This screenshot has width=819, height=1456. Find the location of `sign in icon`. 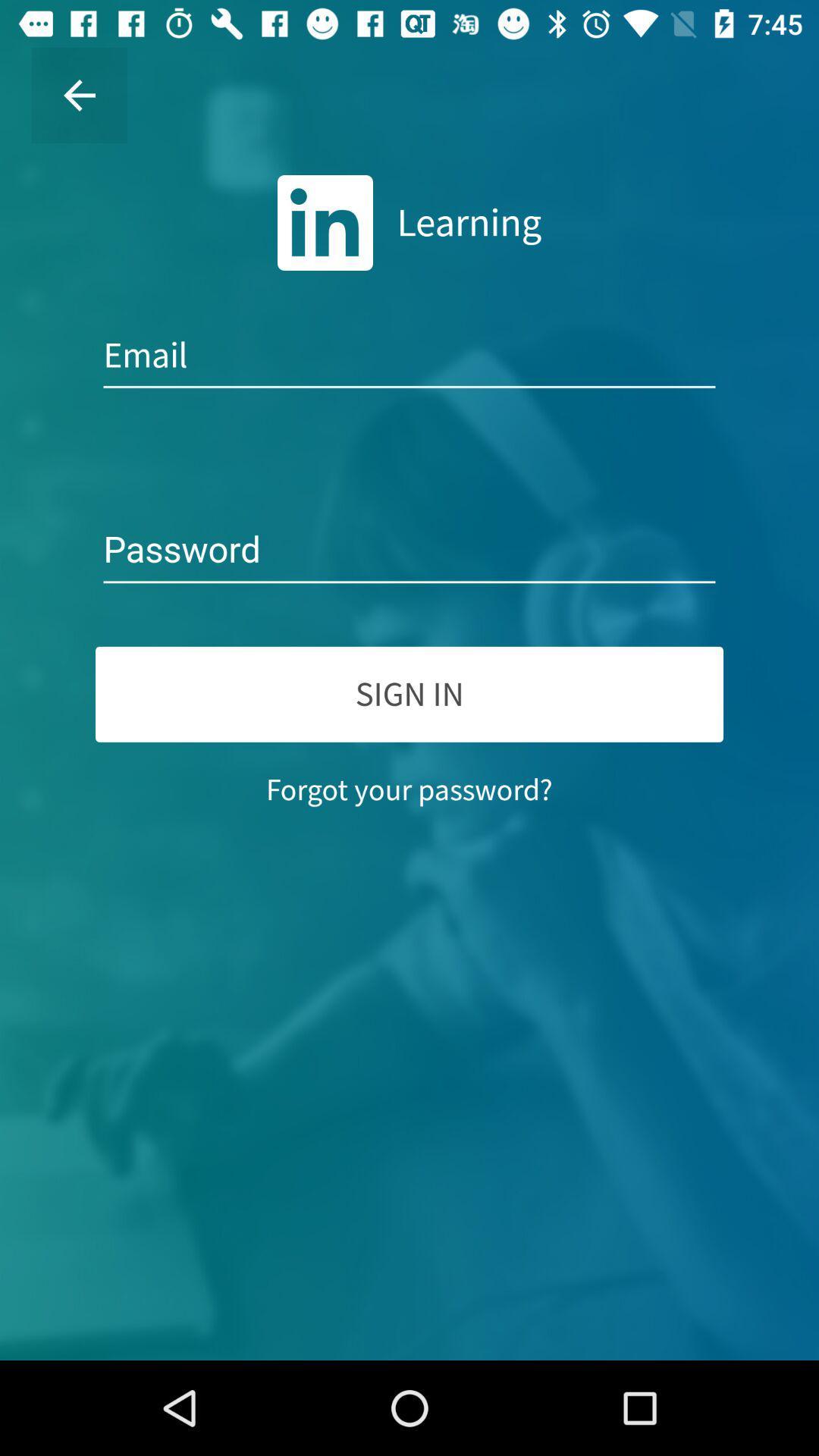

sign in icon is located at coordinates (409, 693).